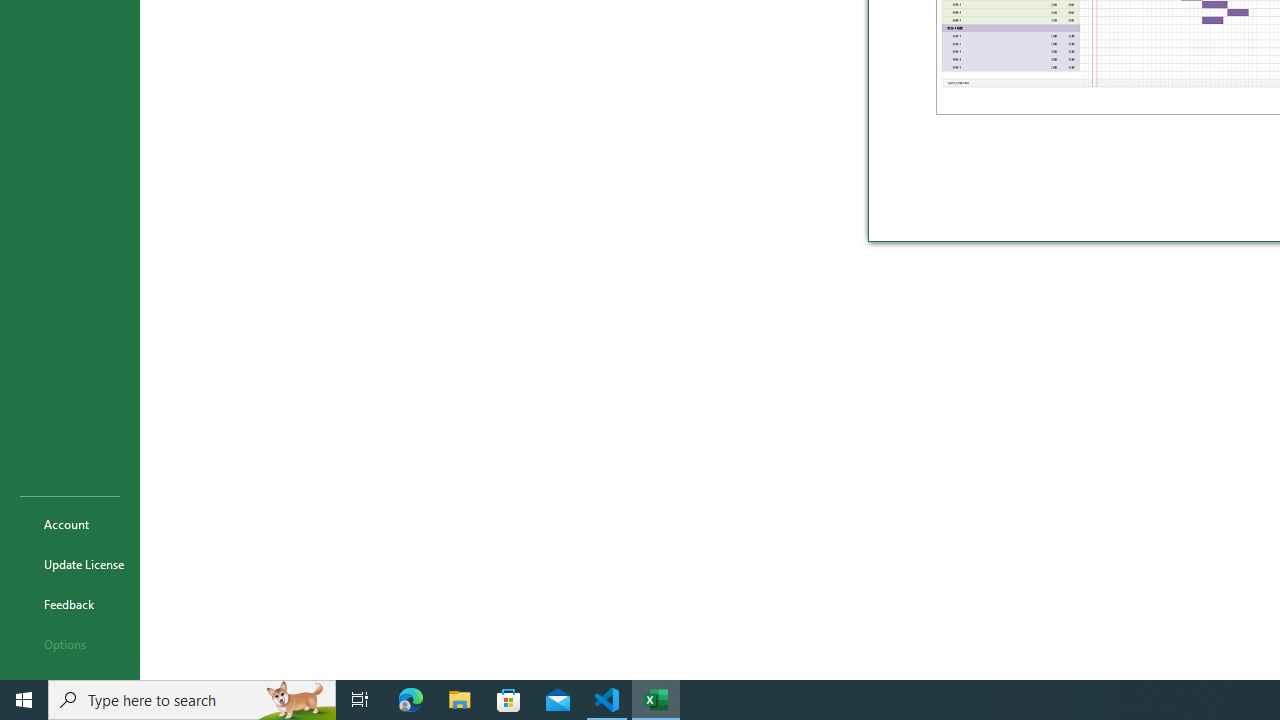  I want to click on 'Microsoft Store', so click(509, 698).